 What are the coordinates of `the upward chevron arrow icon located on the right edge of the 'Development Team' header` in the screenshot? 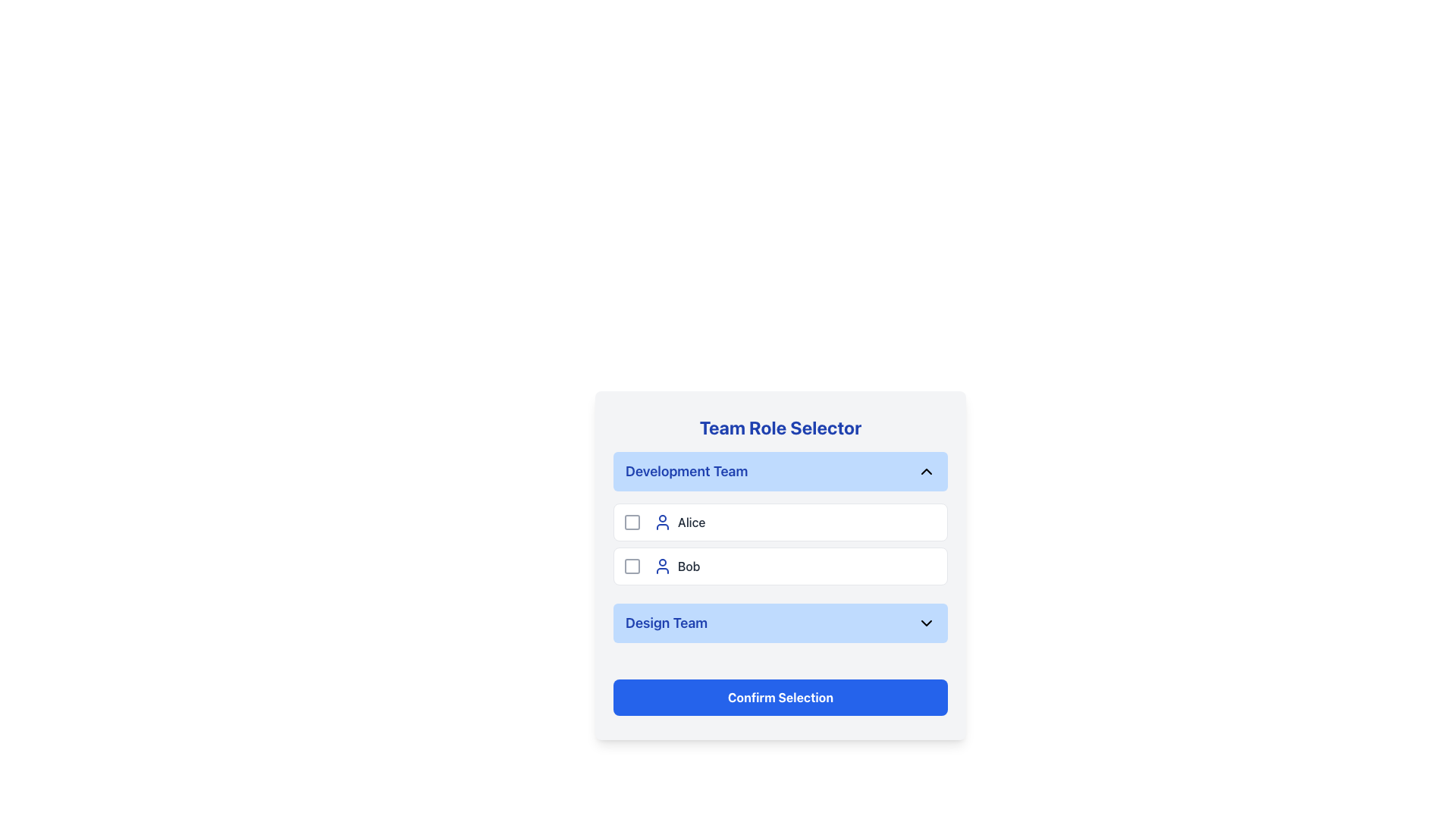 It's located at (926, 470).